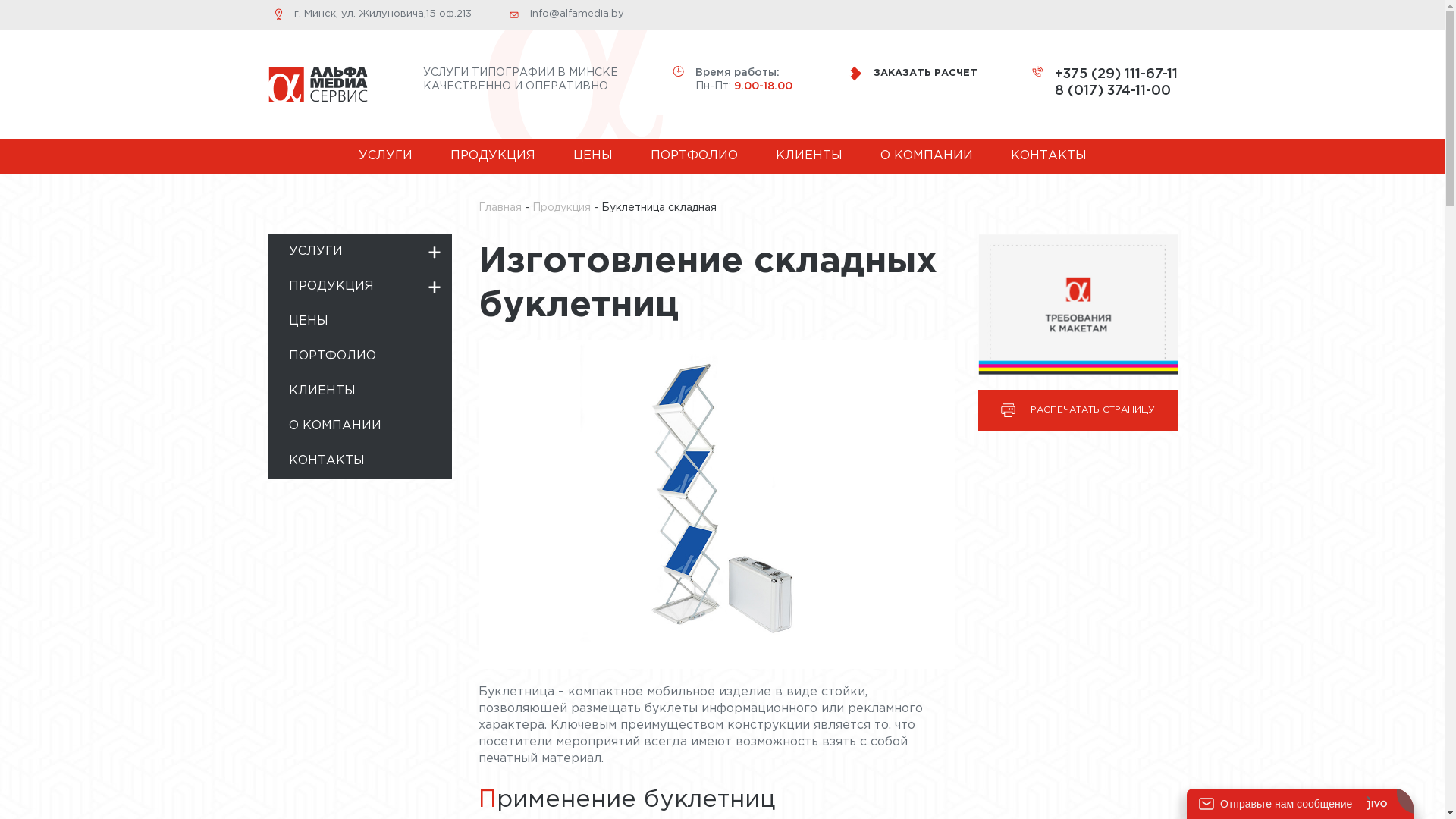 The width and height of the screenshot is (1456, 819). What do you see at coordinates (1115, 74) in the screenshot?
I see `'+375 (29) 111-67-11'` at bounding box center [1115, 74].